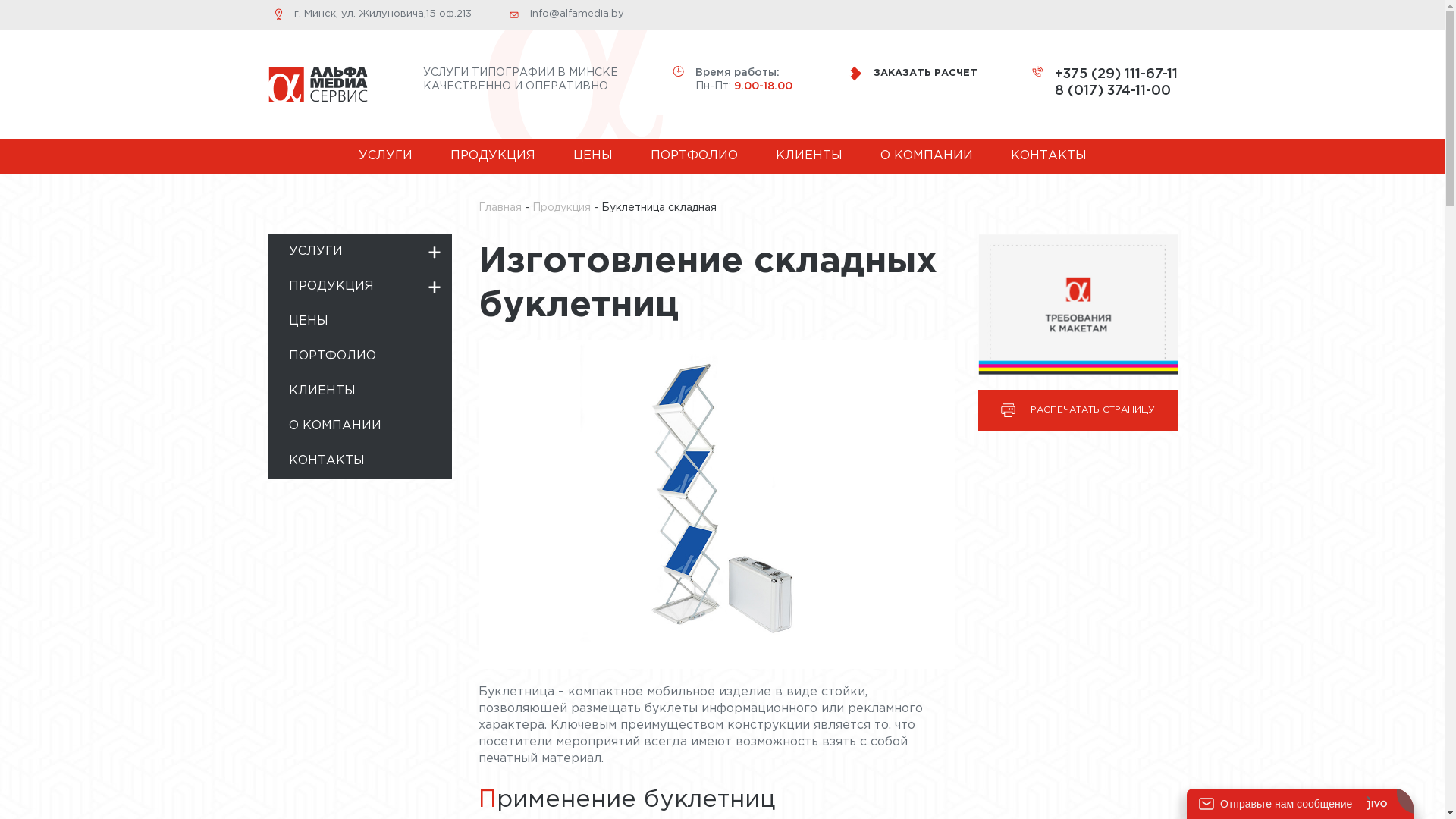 The width and height of the screenshot is (1456, 819). What do you see at coordinates (1115, 74) in the screenshot?
I see `'+375 (29) 111-67-11'` at bounding box center [1115, 74].